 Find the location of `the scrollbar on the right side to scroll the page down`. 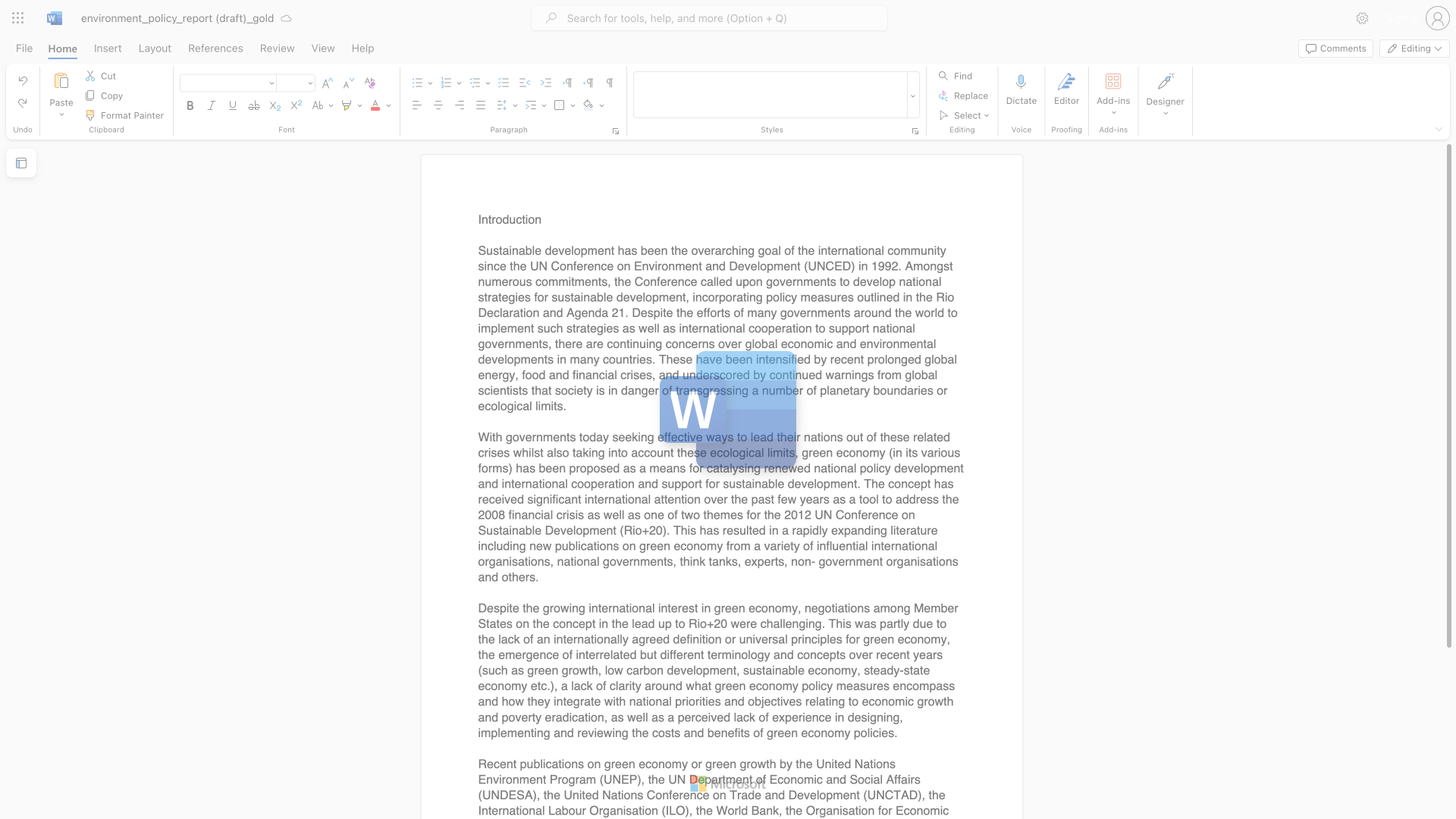

the scrollbar on the right side to scroll the page down is located at coordinates (1448, 788).